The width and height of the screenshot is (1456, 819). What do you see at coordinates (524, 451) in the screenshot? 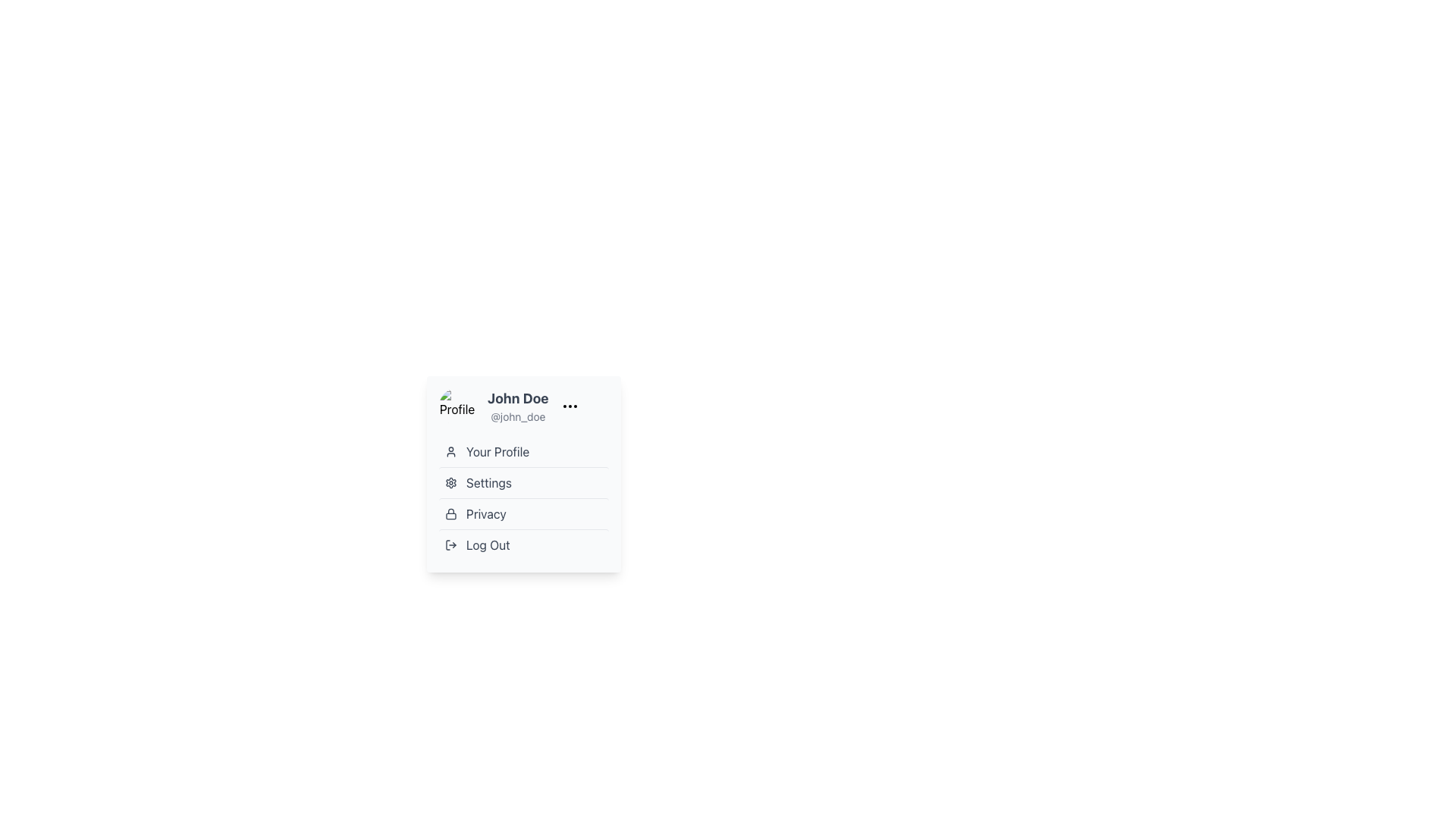
I see `the interactive text item with an icon that serves as the first option in the vertical list of menu items` at bounding box center [524, 451].